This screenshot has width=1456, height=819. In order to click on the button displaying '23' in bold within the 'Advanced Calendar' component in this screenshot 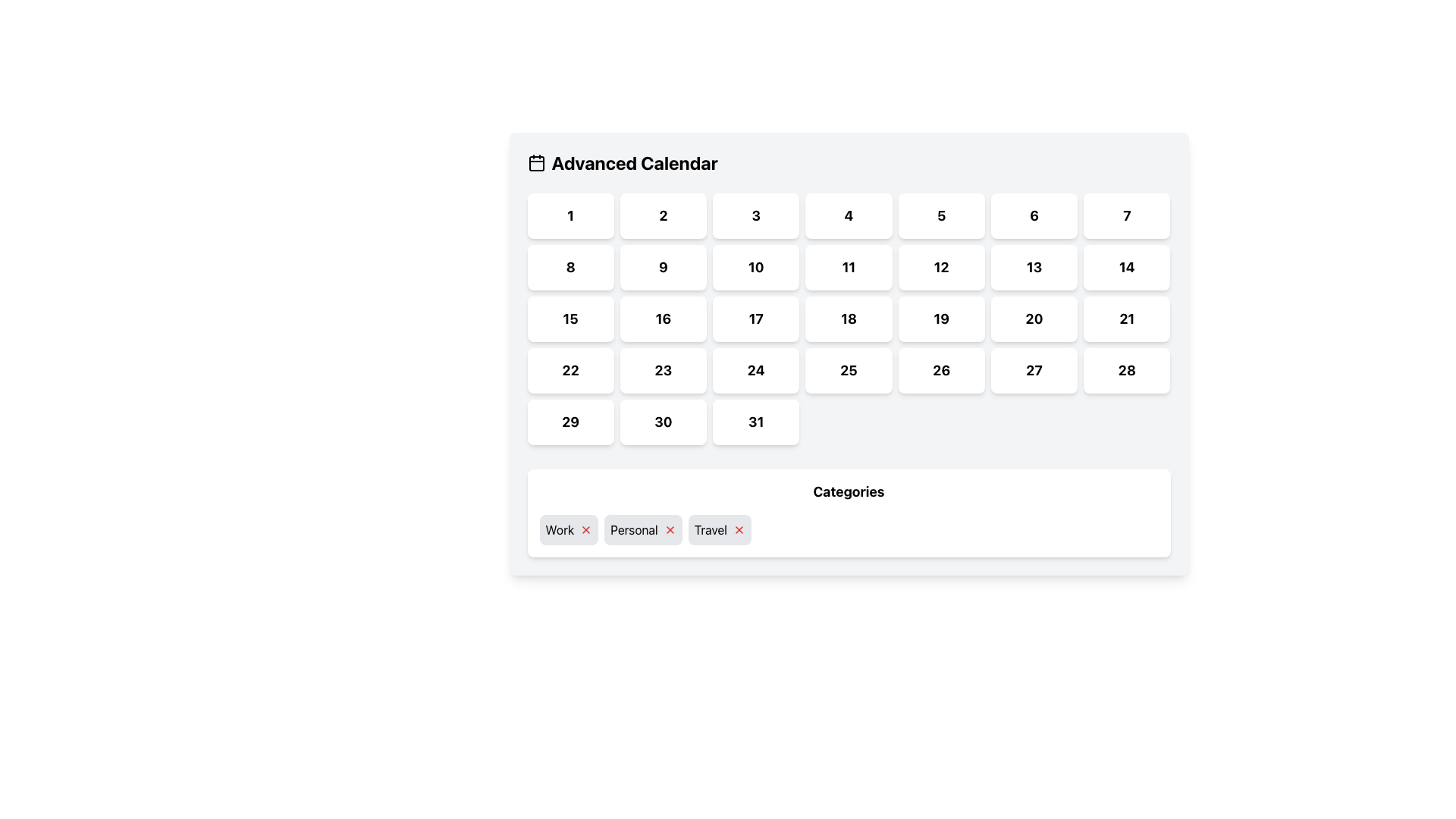, I will do `click(663, 371)`.